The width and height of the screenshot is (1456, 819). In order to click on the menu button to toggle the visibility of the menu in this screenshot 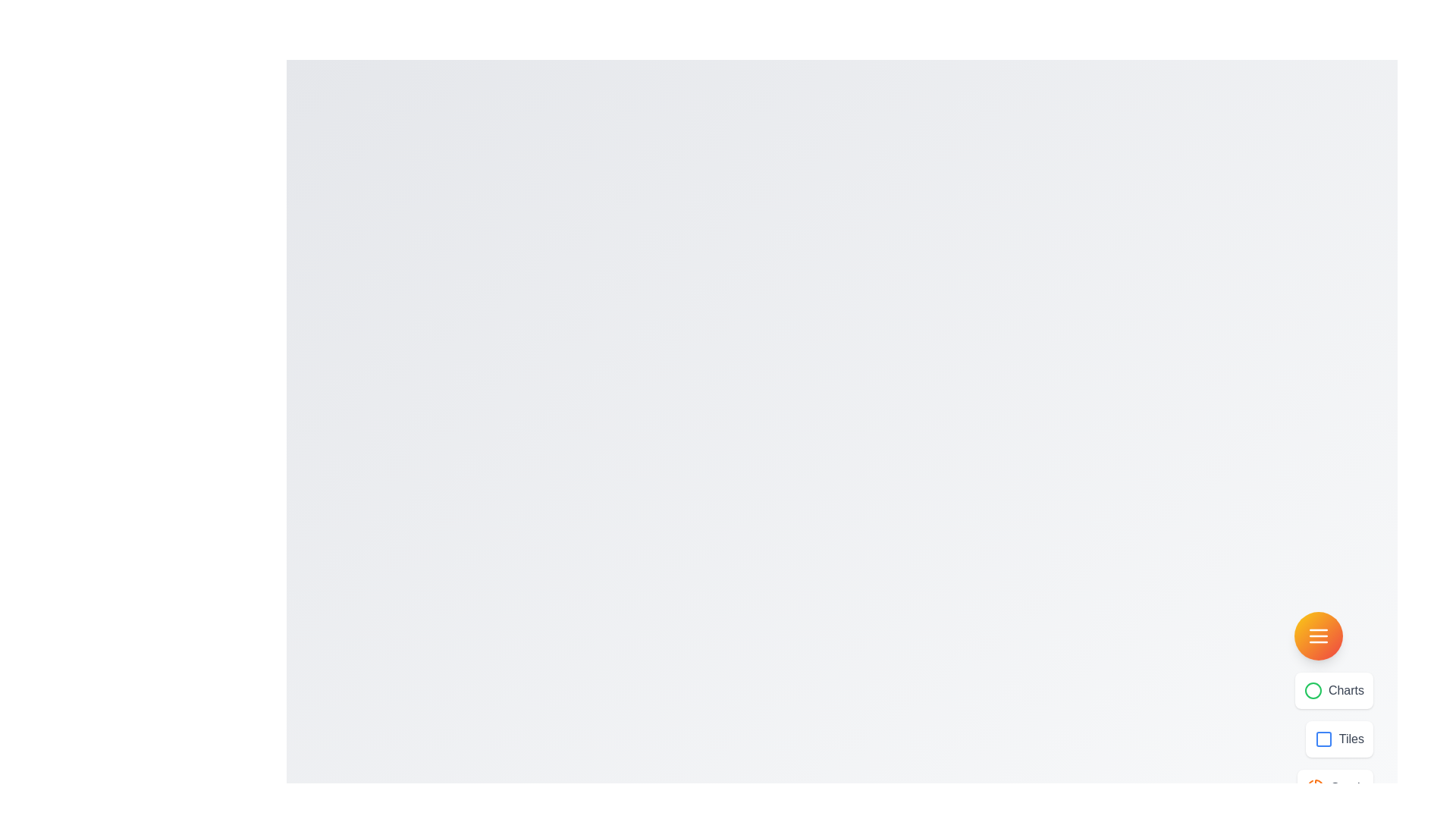, I will do `click(1317, 636)`.